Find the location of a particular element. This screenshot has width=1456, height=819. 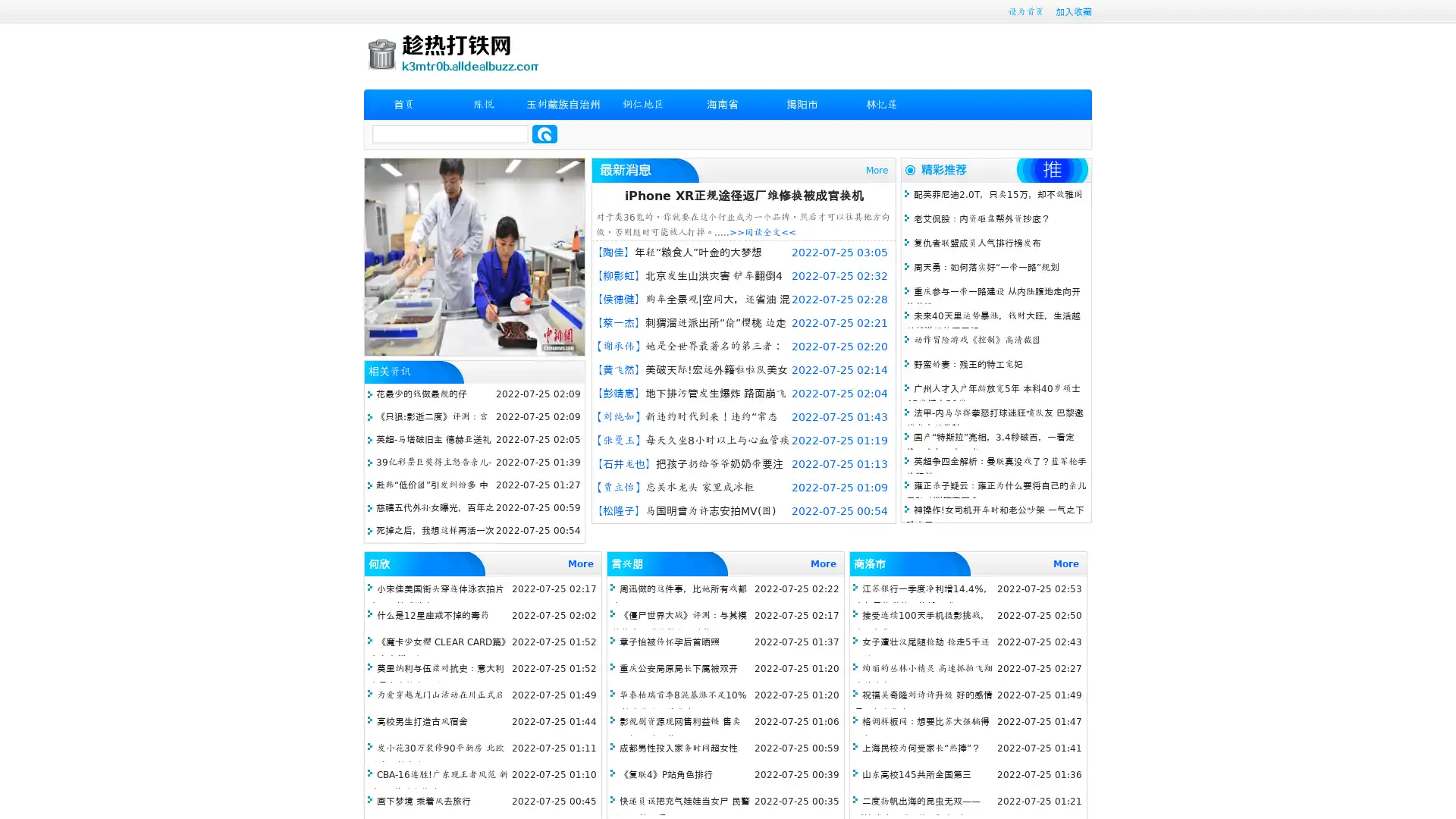

Search is located at coordinates (544, 133).